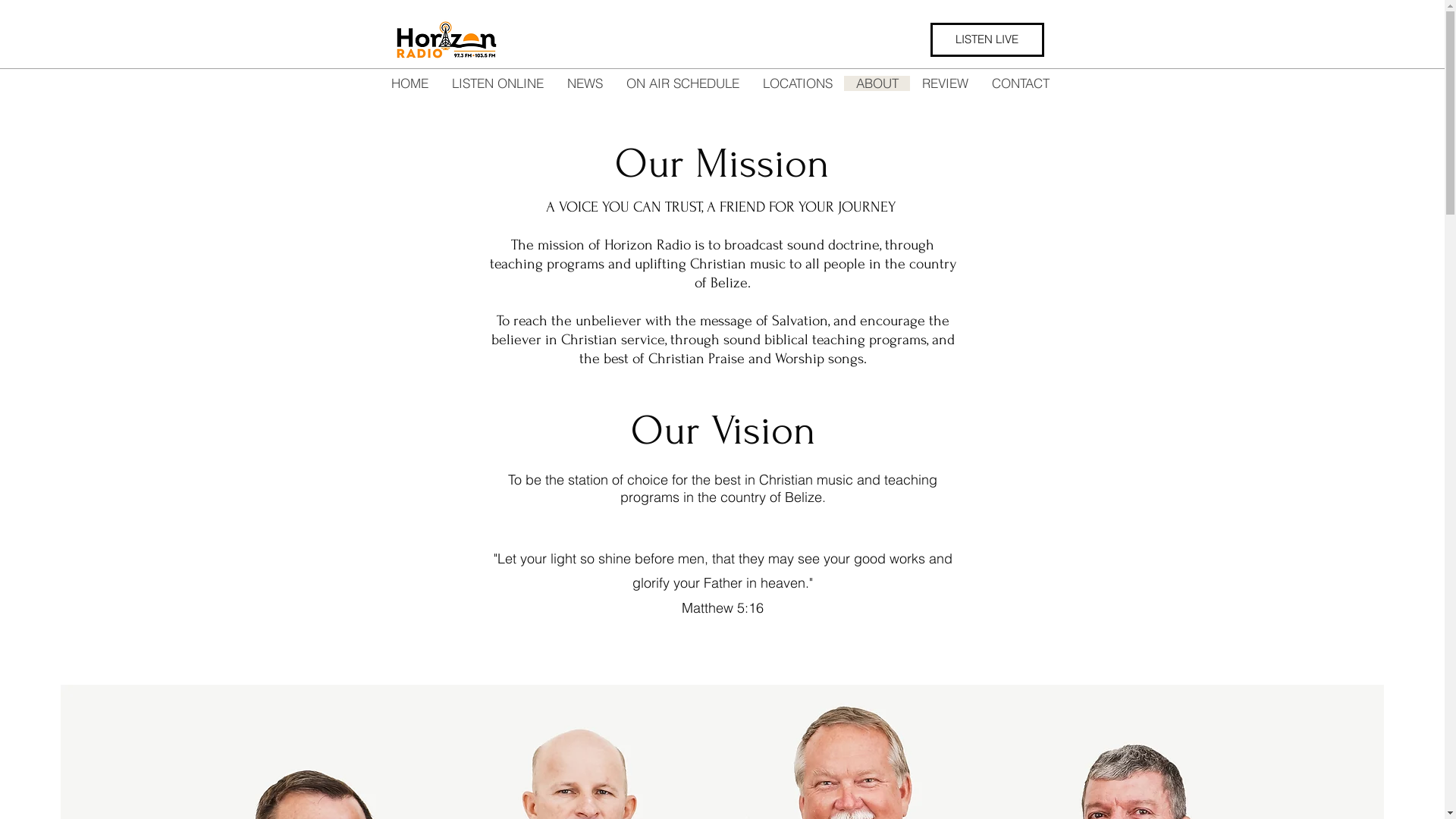 The width and height of the screenshot is (1456, 819). What do you see at coordinates (986, 39) in the screenshot?
I see `'LISTEN LIVE'` at bounding box center [986, 39].